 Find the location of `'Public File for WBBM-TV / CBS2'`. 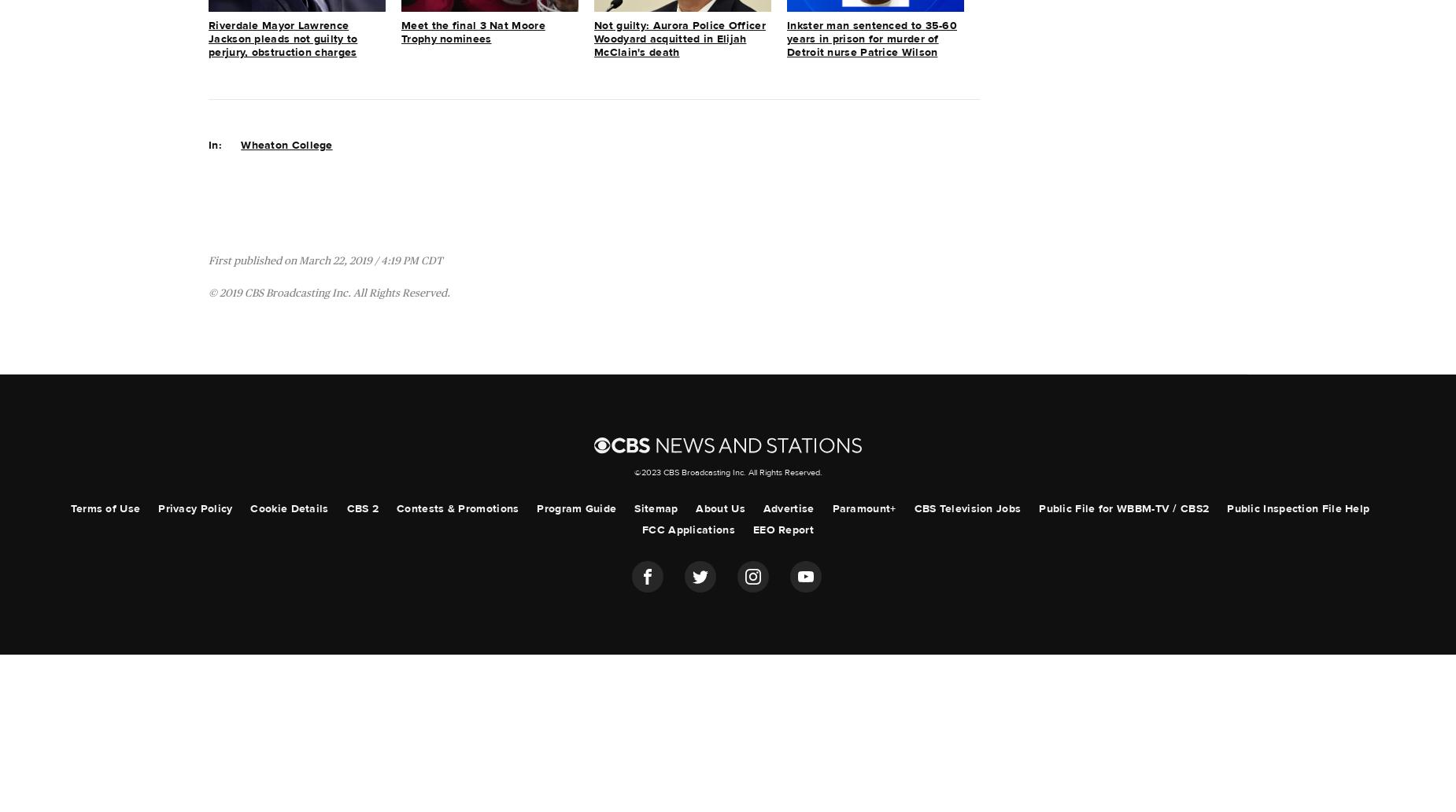

'Public File for WBBM-TV / CBS2' is located at coordinates (1124, 507).